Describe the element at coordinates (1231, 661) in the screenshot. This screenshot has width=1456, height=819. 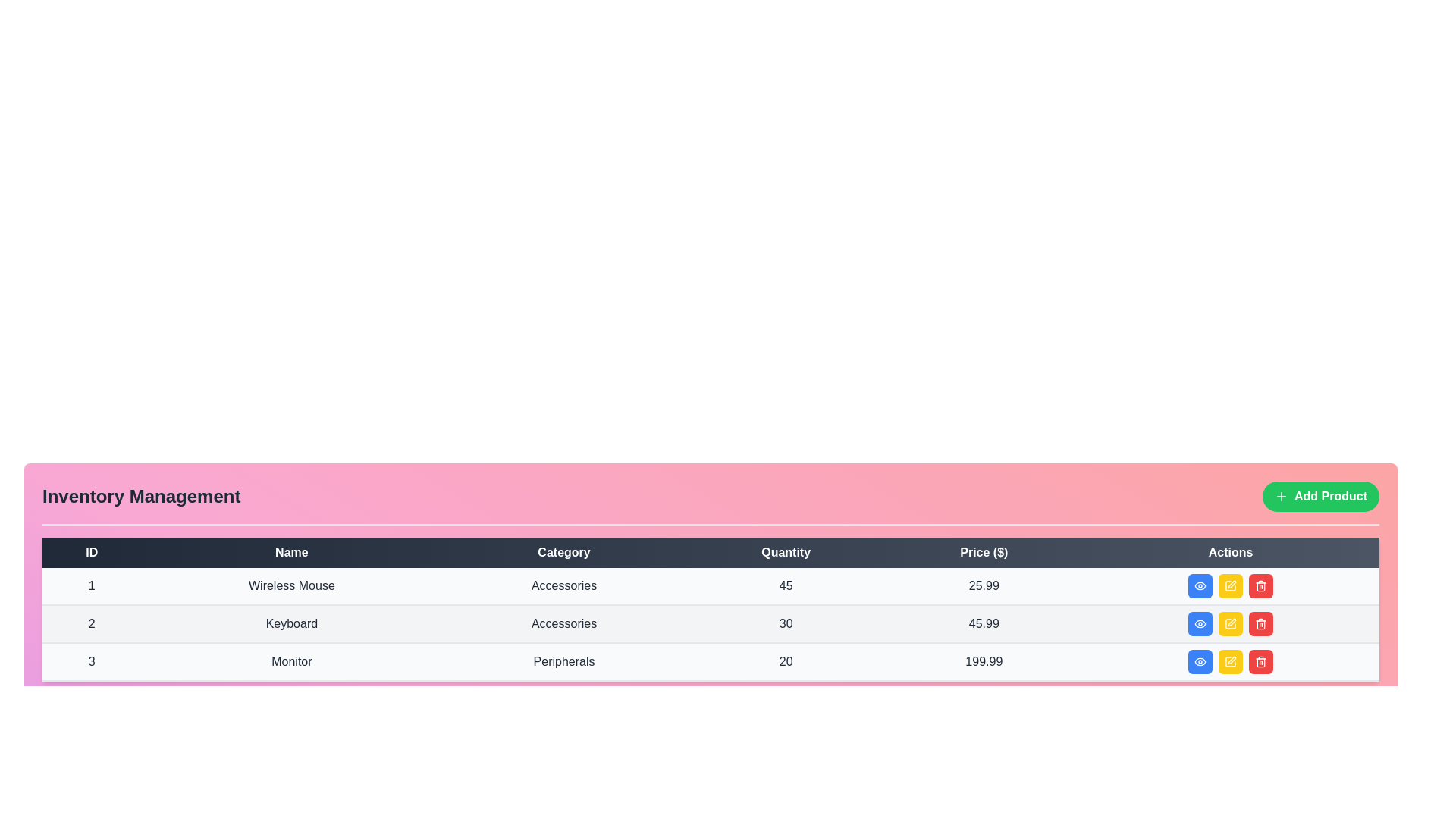
I see `the edit button located in the 'Actions' column of the third row in the 'Inventory Management' section to initiate editing` at that location.